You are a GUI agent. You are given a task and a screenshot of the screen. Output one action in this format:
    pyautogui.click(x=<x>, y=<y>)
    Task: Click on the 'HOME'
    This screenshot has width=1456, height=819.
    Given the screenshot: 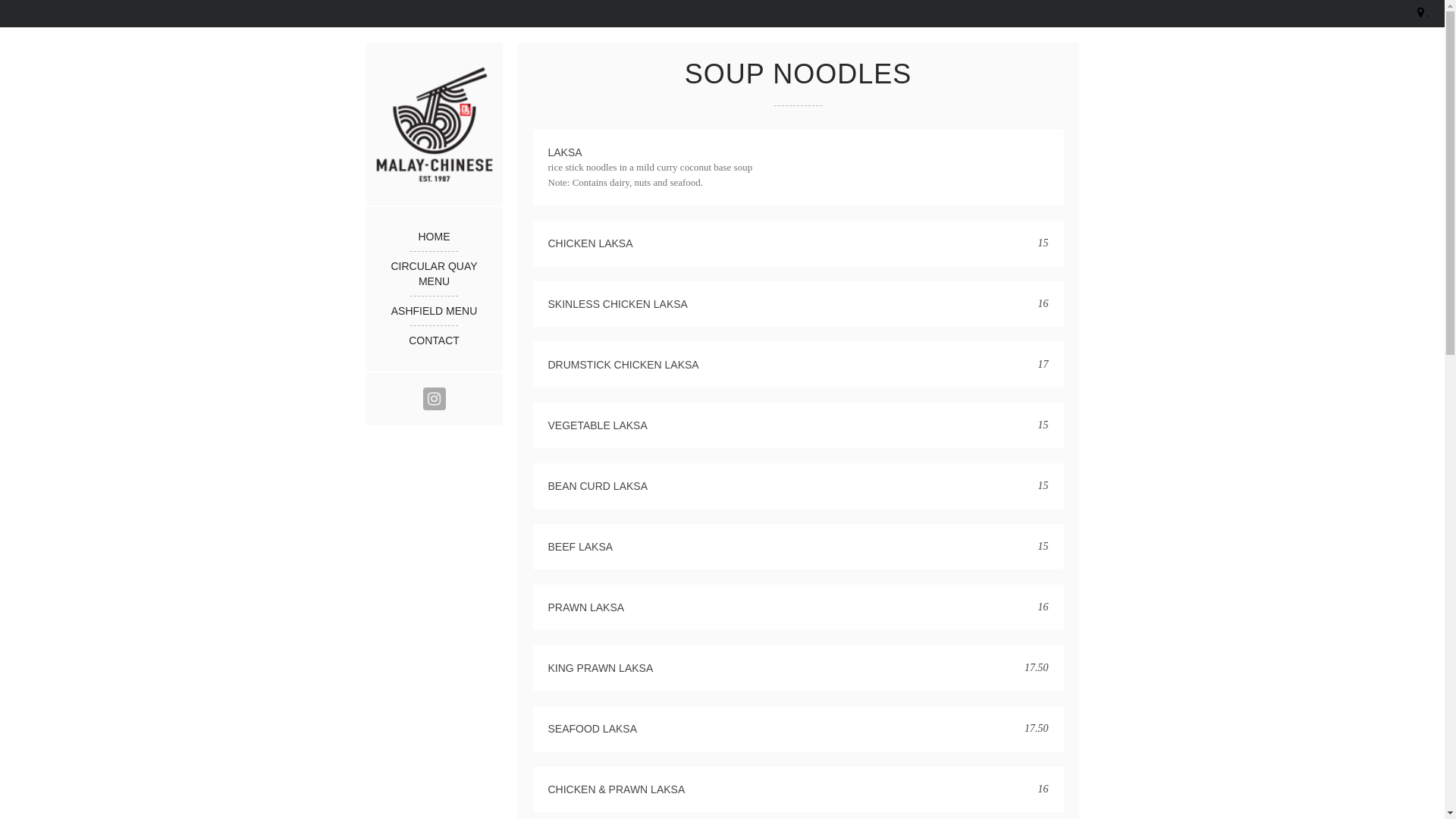 What is the action you would take?
    pyautogui.click(x=432, y=237)
    